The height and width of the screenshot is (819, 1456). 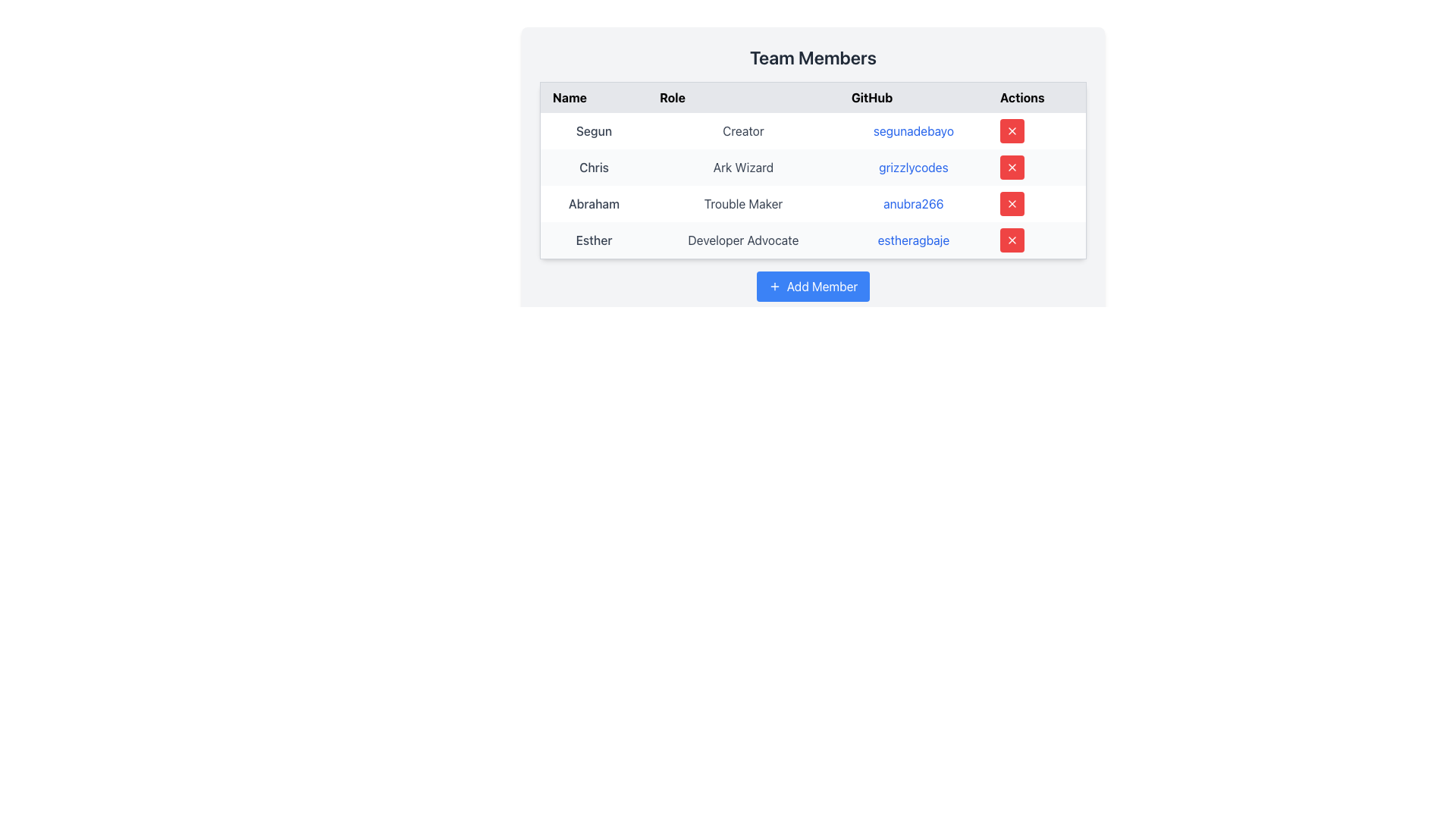 I want to click on the blue hyperlink displaying 'segunadebayo' in the 'GitHub' column of the 'Team Members' table, so click(x=912, y=130).